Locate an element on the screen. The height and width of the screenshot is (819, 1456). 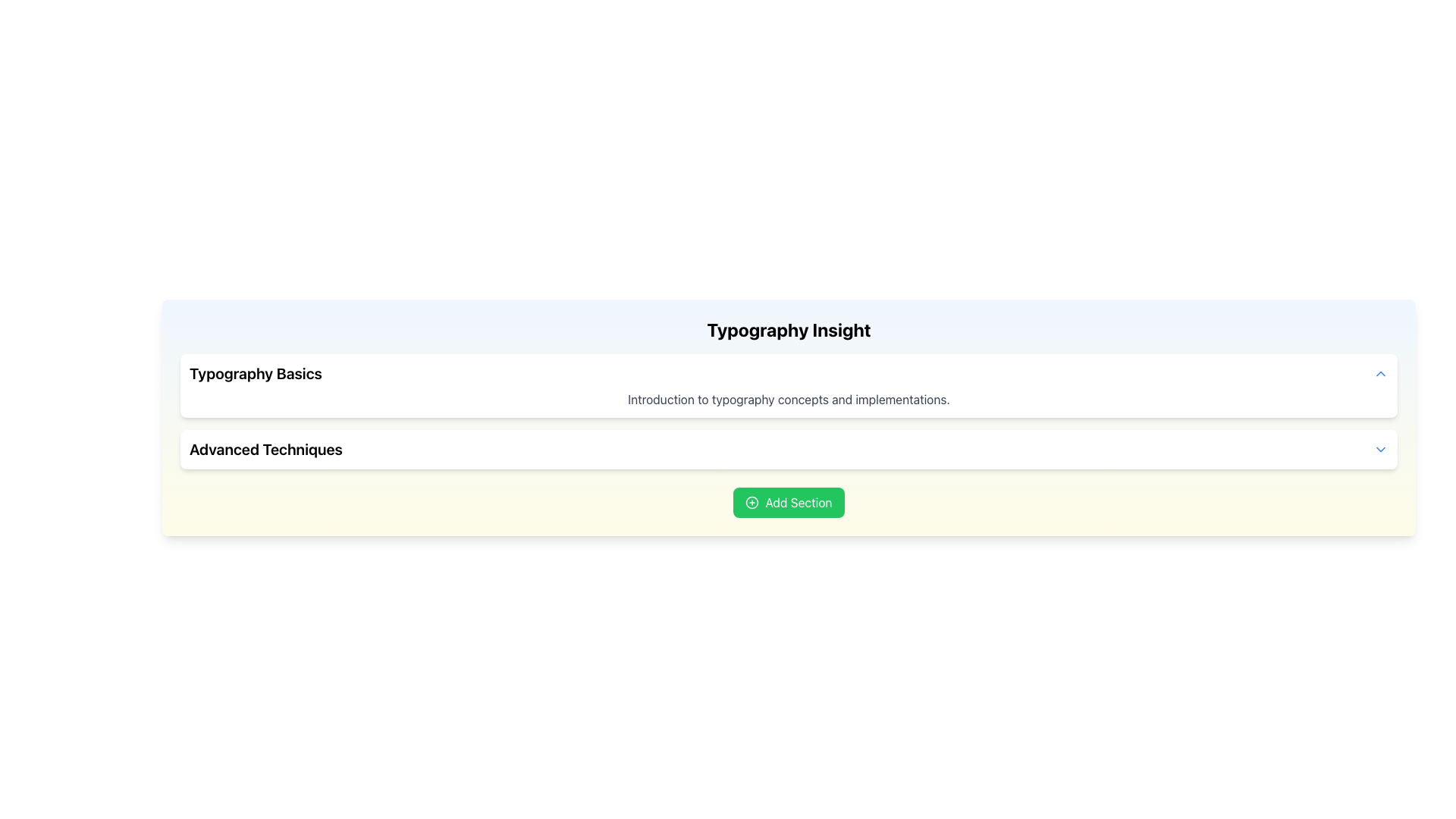
the dropdown toggle icon located at the far right of the 'Advanced Techniques' row is located at coordinates (1380, 449).